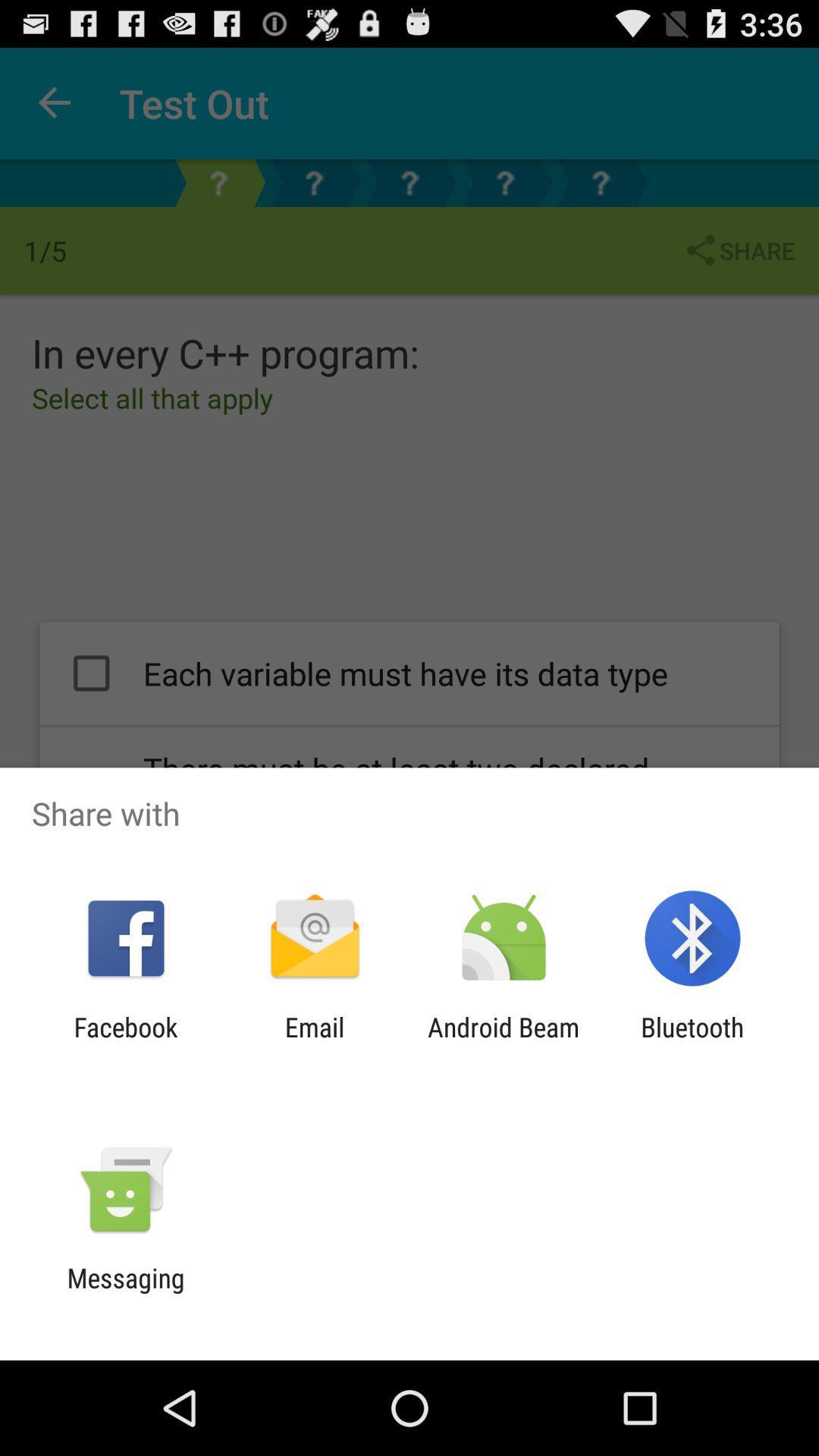 This screenshot has width=819, height=1456. What do you see at coordinates (314, 1042) in the screenshot?
I see `email` at bounding box center [314, 1042].